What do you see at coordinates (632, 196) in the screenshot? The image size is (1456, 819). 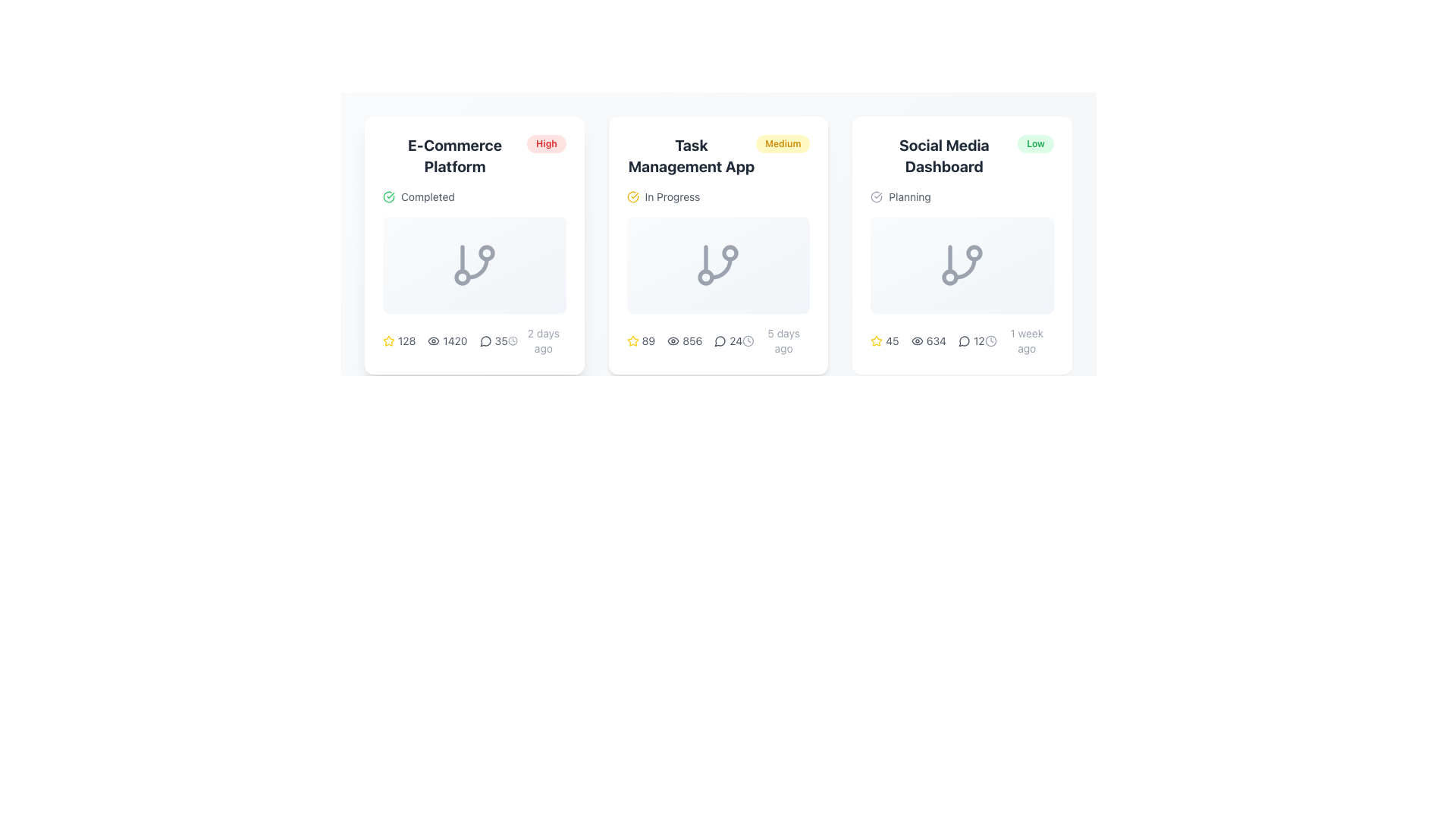 I see `the circular icon with a checkmark in the center, styled in yellow, located to the left of the 'In Progress' text` at bounding box center [632, 196].